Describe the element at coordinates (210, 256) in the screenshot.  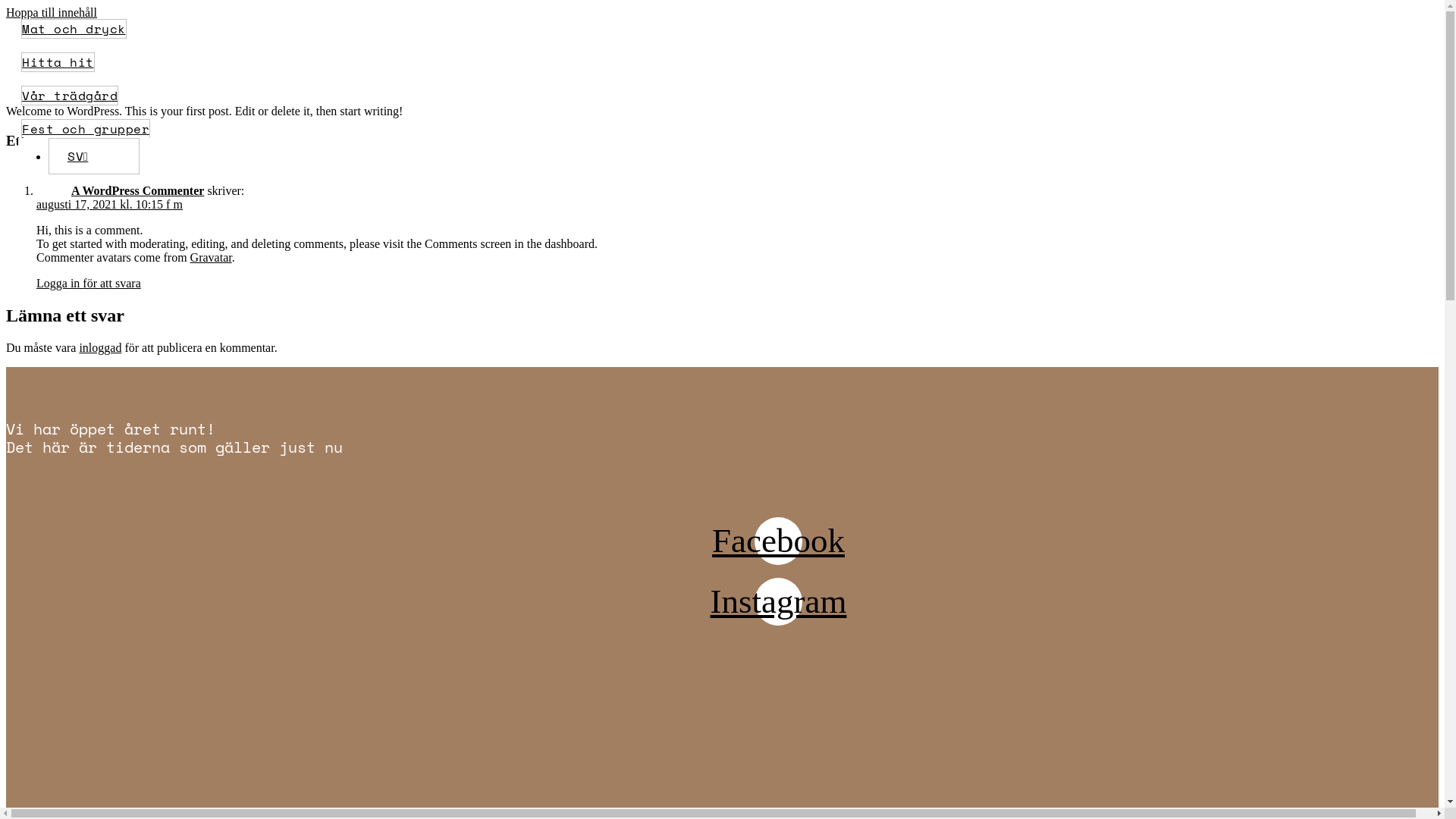
I see `'Gravatar'` at that location.